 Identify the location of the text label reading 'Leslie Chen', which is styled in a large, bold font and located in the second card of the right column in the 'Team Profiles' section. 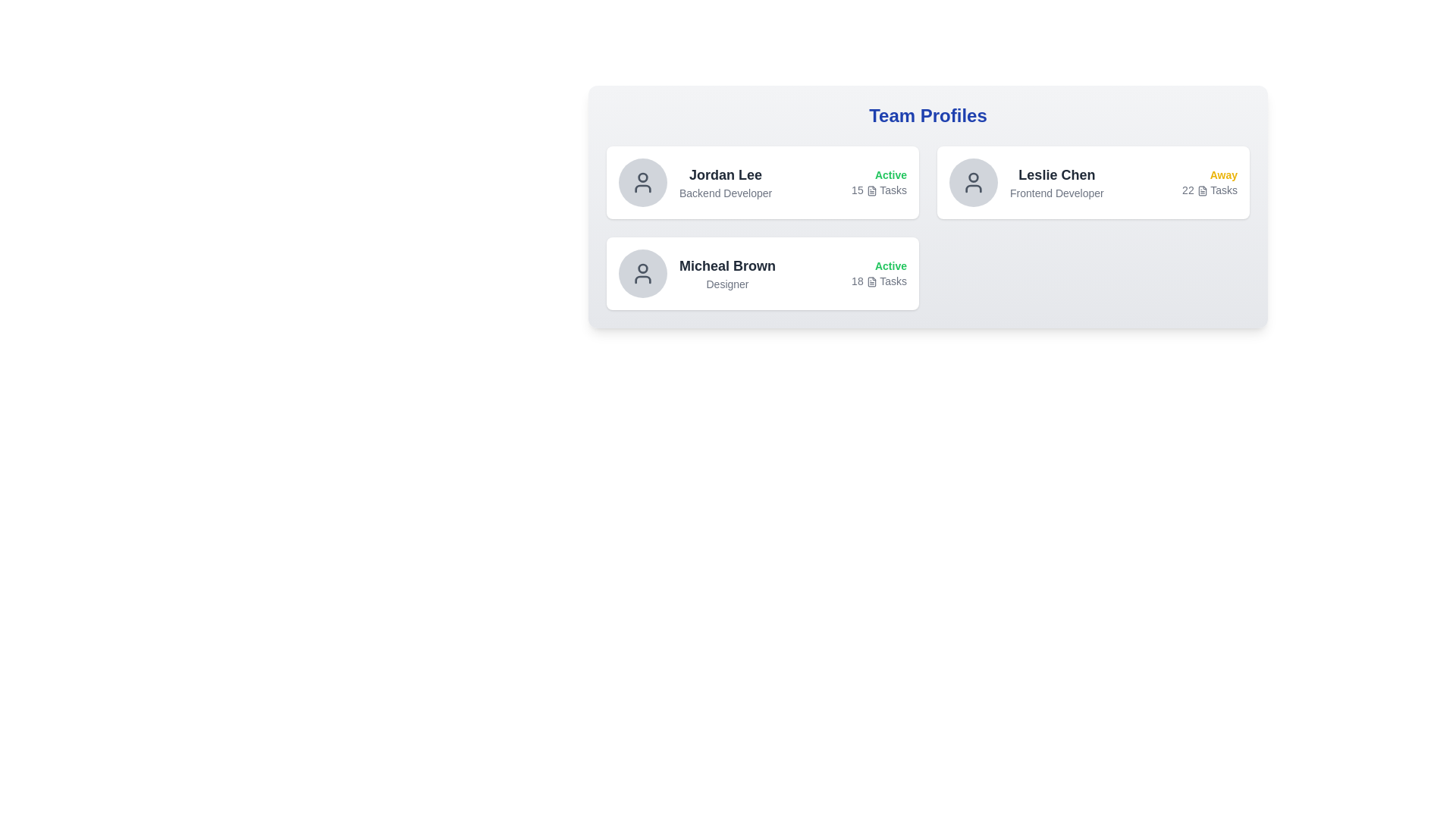
(1056, 174).